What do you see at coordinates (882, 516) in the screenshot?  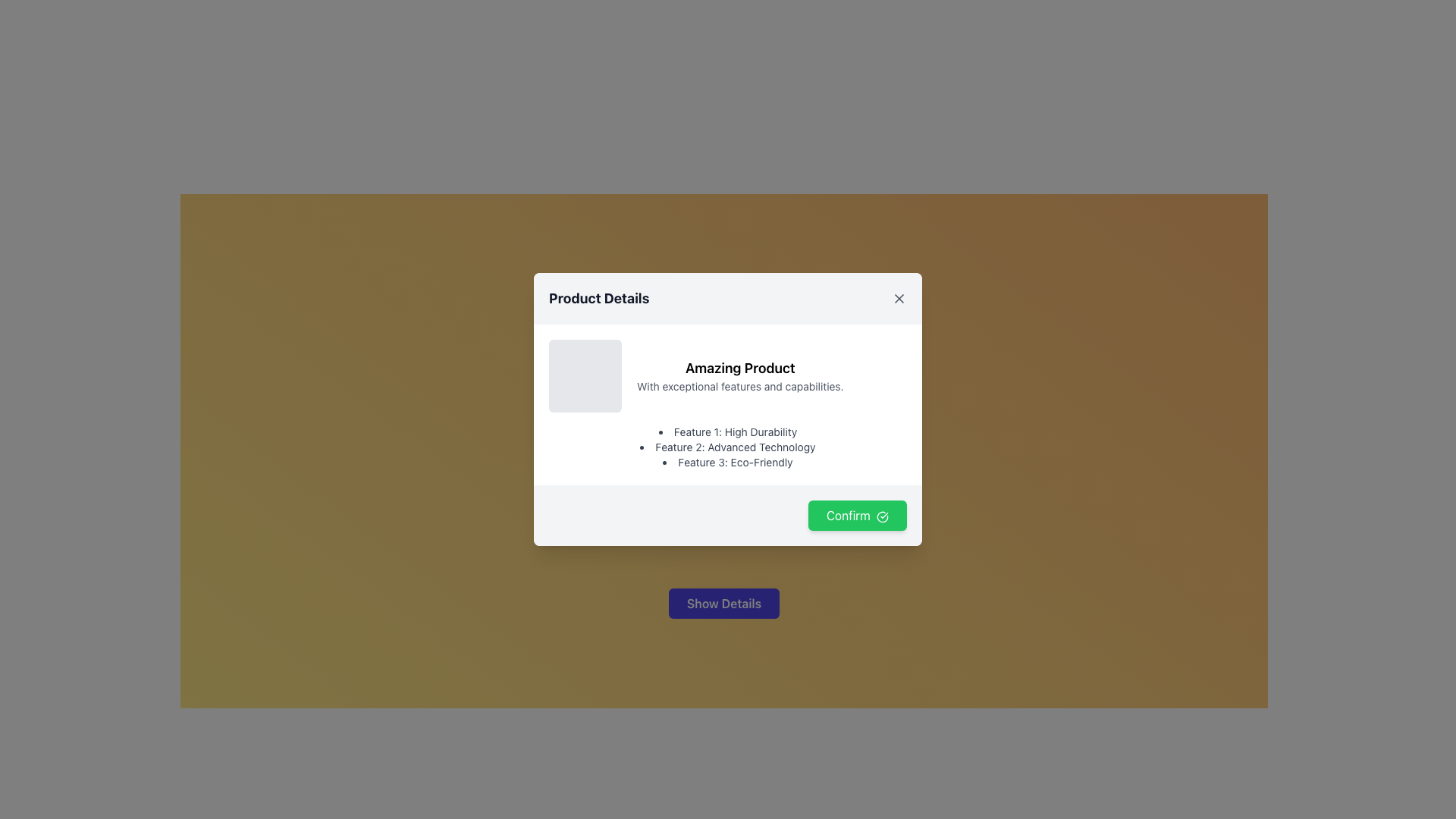 I see `the Decorative Icon located near the right side of the 'Confirm' button at the bottom right corner of the modal dialog box, which serves as a visual confirmation for the button action` at bounding box center [882, 516].